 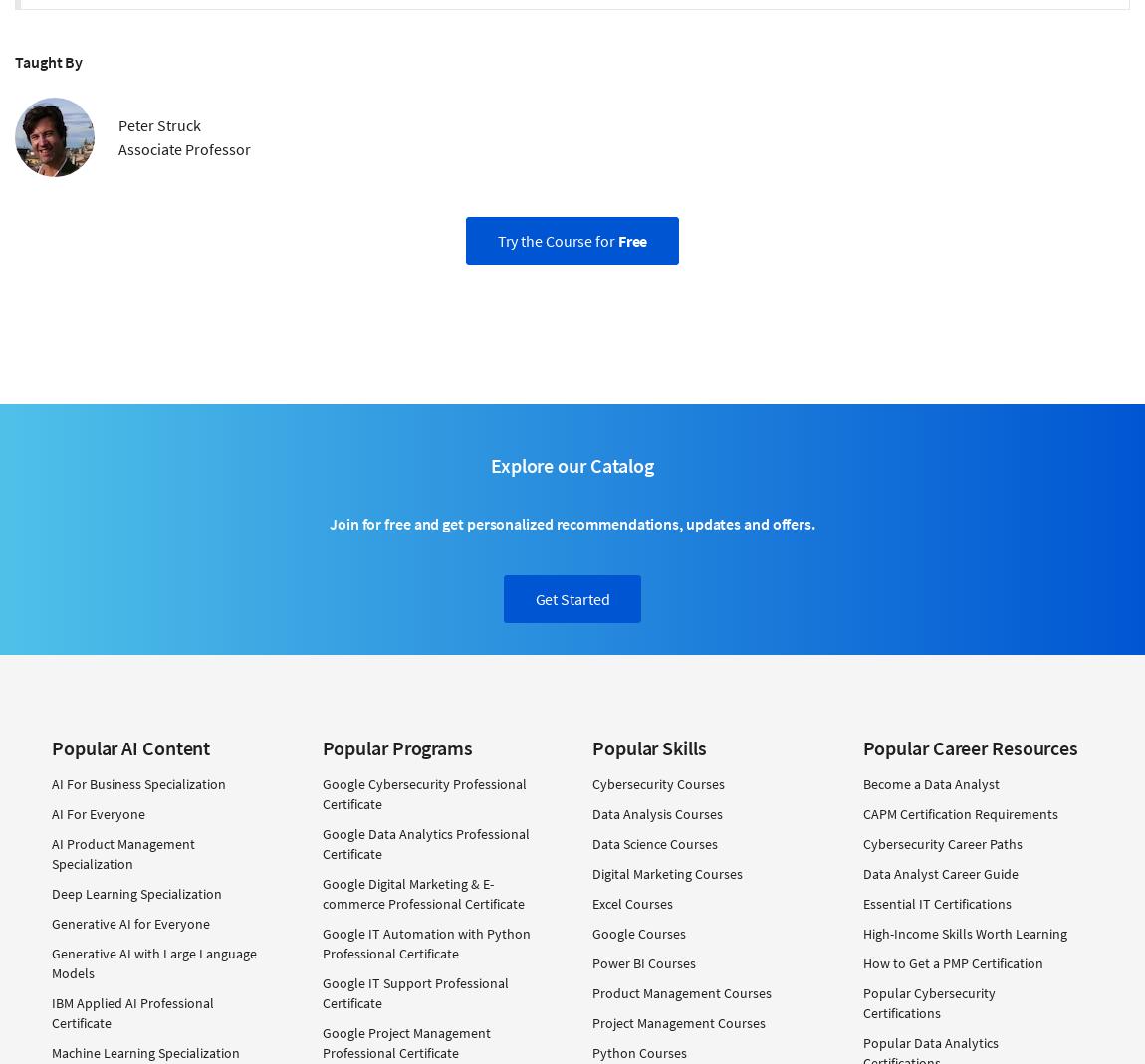 What do you see at coordinates (117, 123) in the screenshot?
I see `'Peter Struck'` at bounding box center [117, 123].